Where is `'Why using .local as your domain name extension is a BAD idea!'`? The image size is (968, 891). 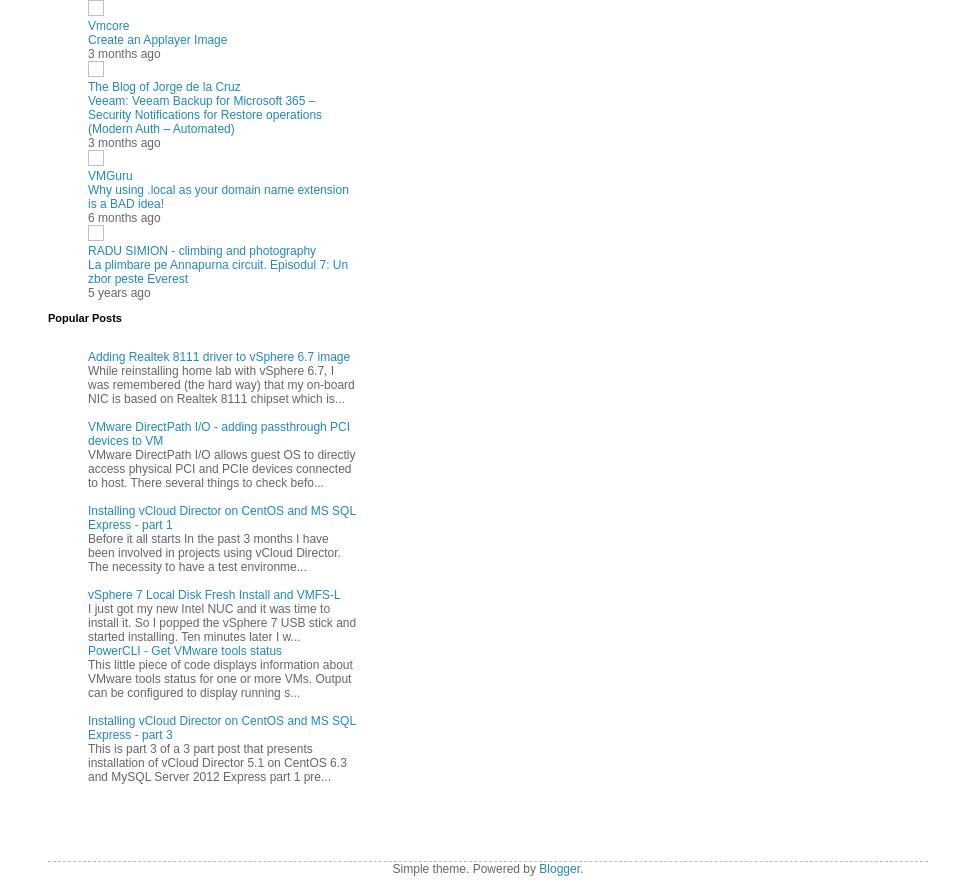 'Why using .local as your domain name extension is a BAD idea!' is located at coordinates (216, 196).